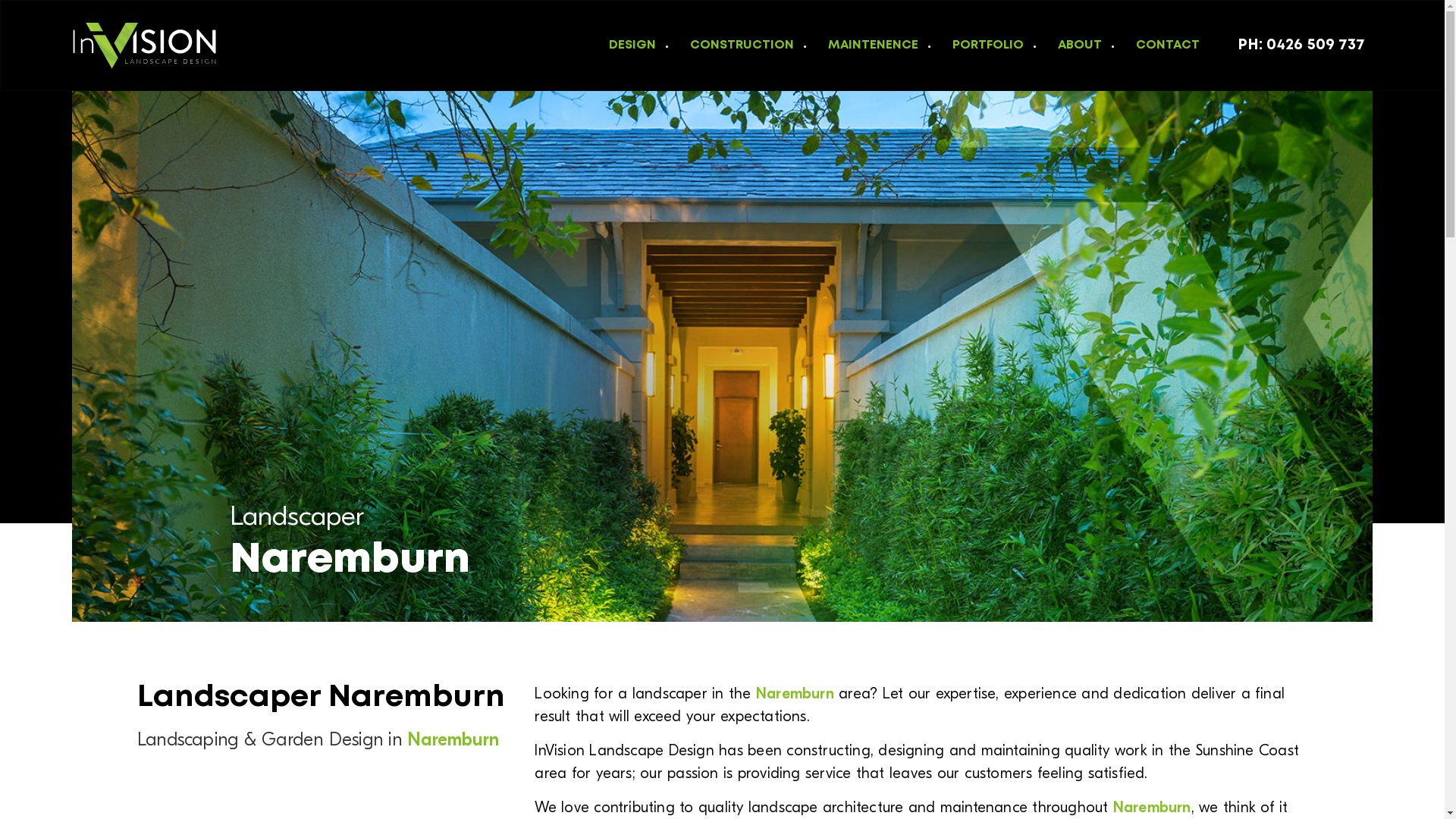 This screenshot has width=1456, height=819. What do you see at coordinates (1073, 44) in the screenshot?
I see `'ABOUT'` at bounding box center [1073, 44].